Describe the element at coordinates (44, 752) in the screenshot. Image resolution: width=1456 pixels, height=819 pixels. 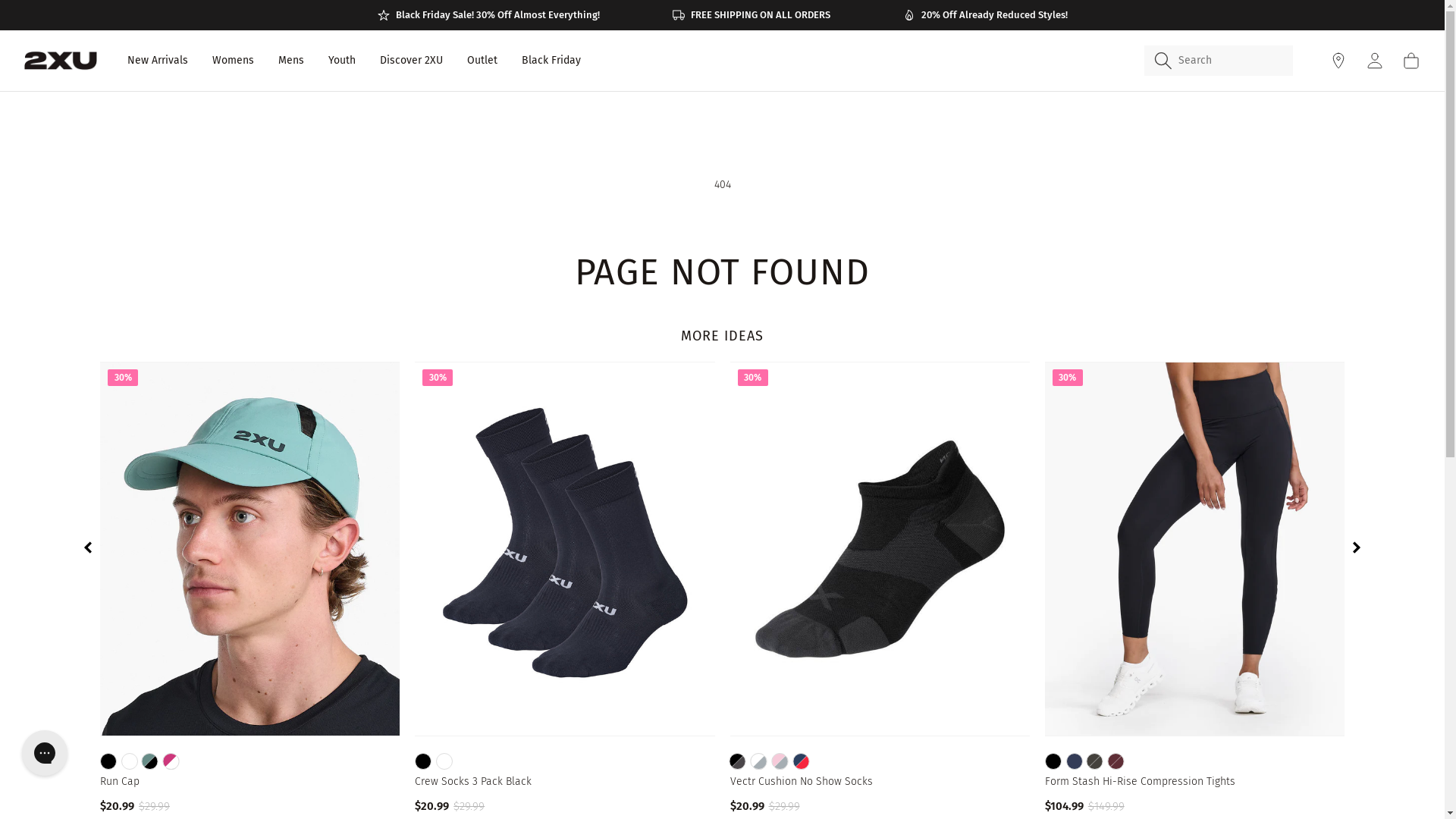
I see `'Gorgias live chat messenger'` at that location.